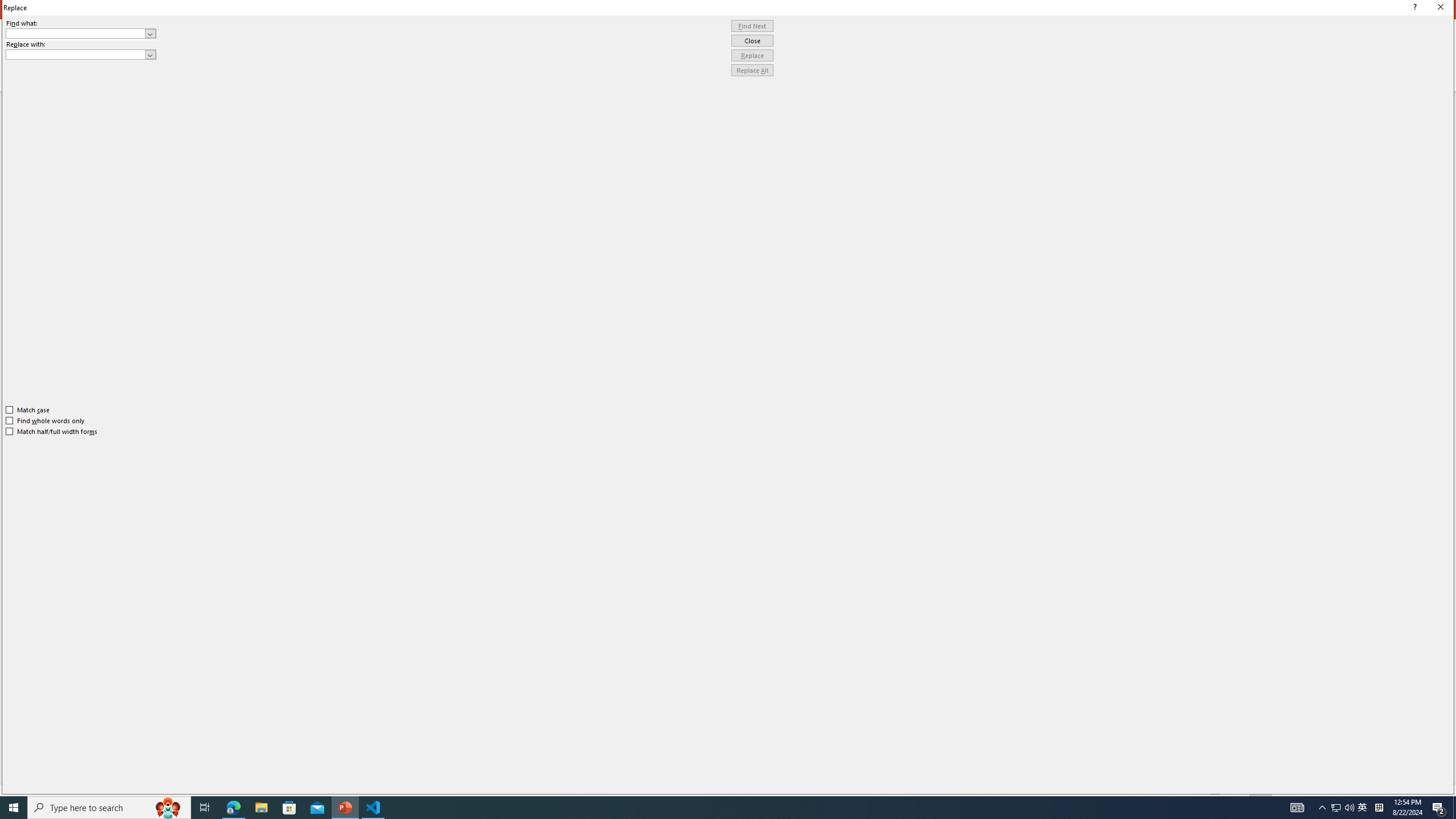 The height and width of the screenshot is (819, 1456). Describe the element at coordinates (27, 409) in the screenshot. I see `'Match case'` at that location.